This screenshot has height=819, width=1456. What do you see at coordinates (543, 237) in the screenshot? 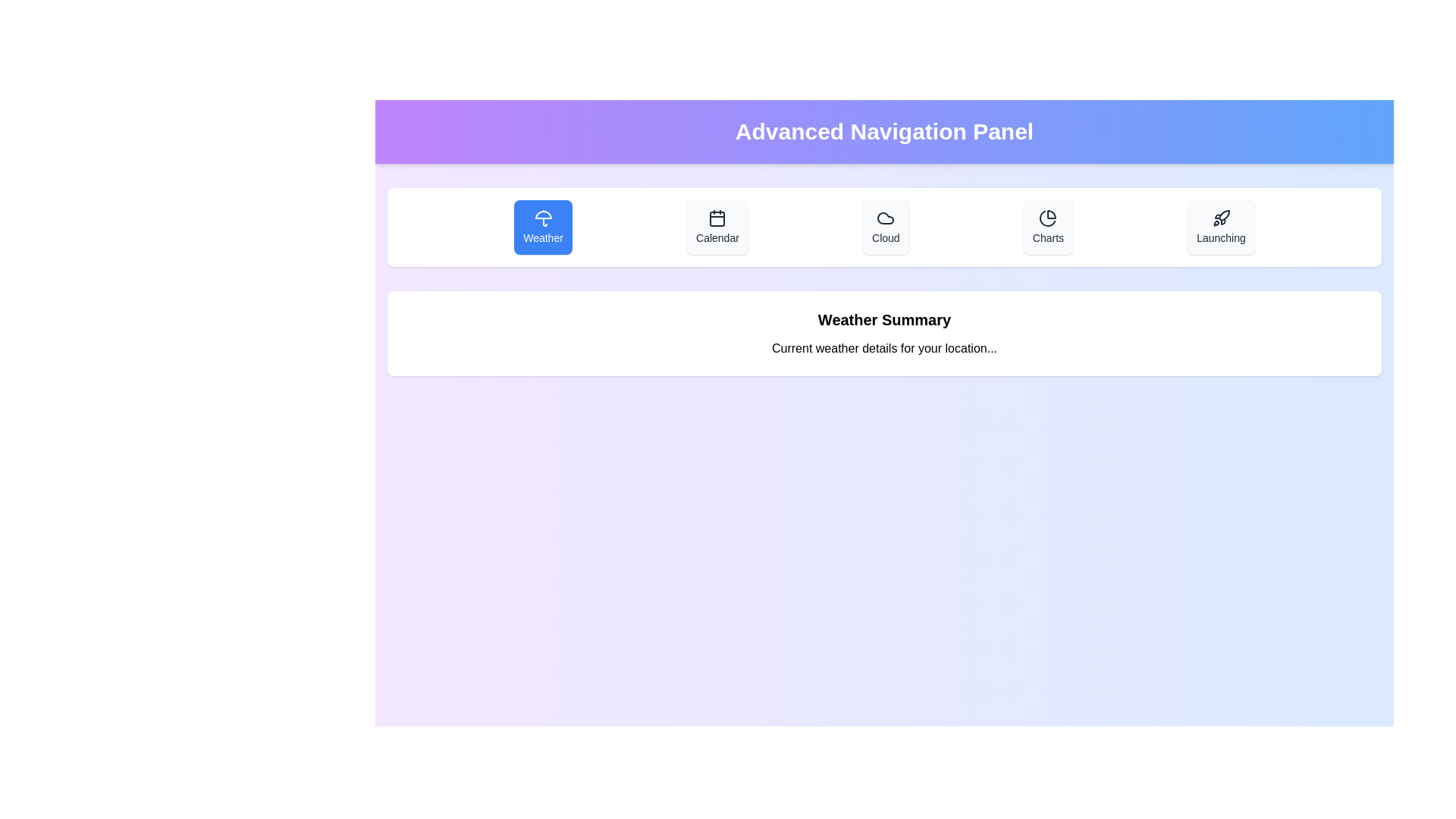
I see `the text label displaying 'Weather' within the blue button located at the top section of the interface, just below the header bar, which is the first button among its siblings` at bounding box center [543, 237].